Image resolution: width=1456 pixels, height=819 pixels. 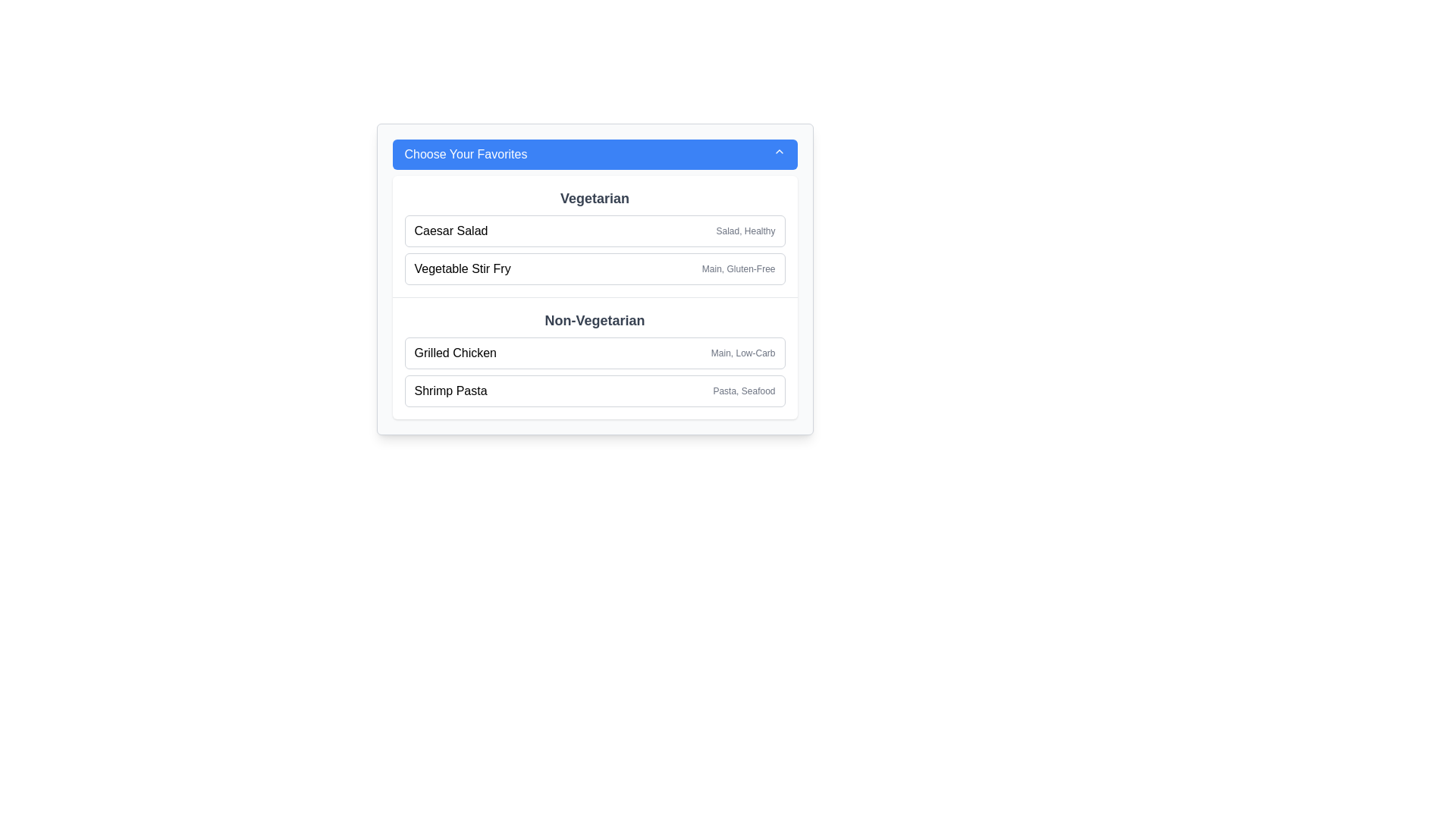 I want to click on the 'Grilled Chicken' text label which is part of the 'Grilled Chicken Main, Low-Carb' item in the 'Non-Vegetarian' section, so click(x=454, y=353).